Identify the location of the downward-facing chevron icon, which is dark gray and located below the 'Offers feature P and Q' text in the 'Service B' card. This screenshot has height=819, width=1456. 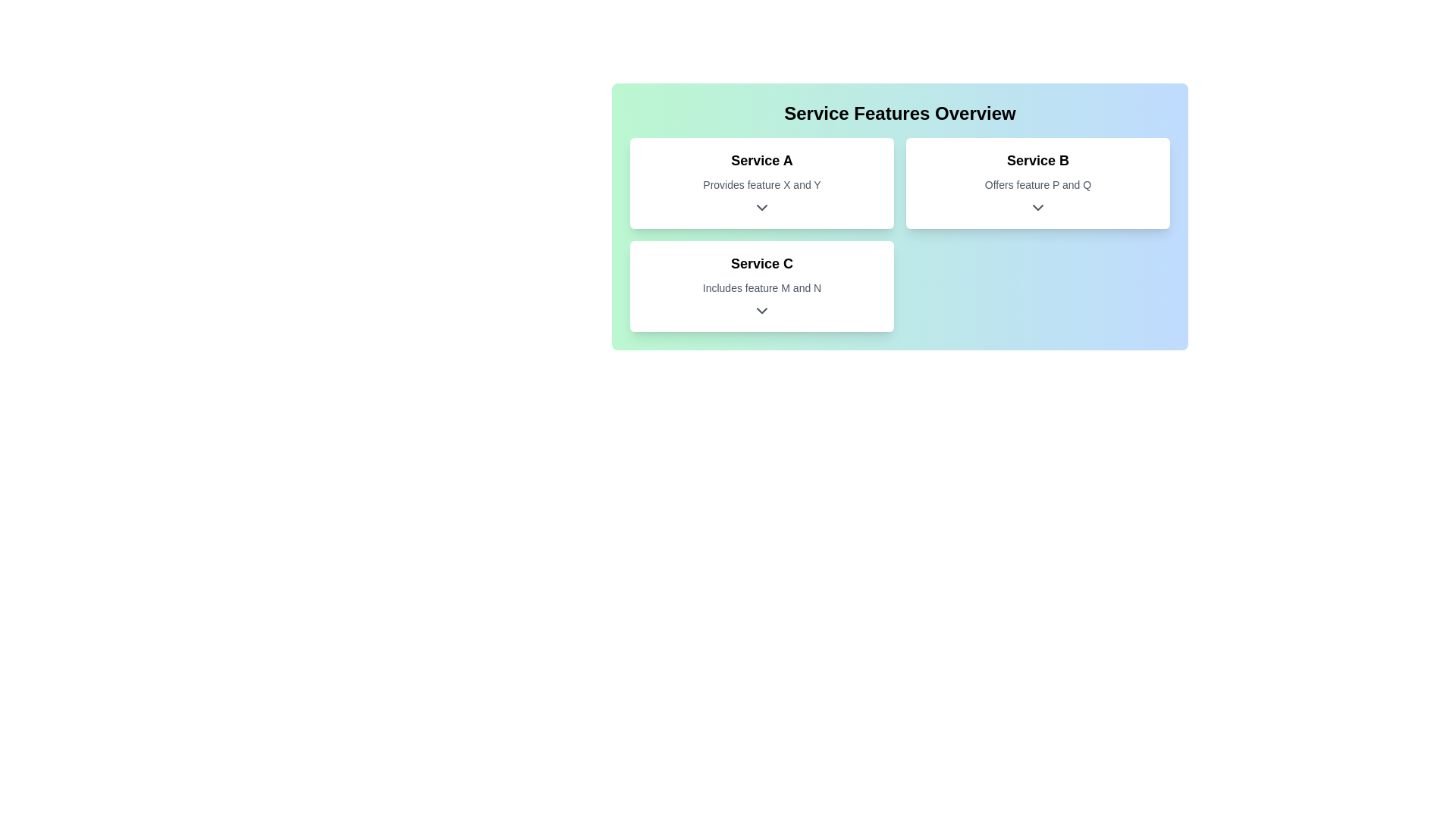
(1037, 207).